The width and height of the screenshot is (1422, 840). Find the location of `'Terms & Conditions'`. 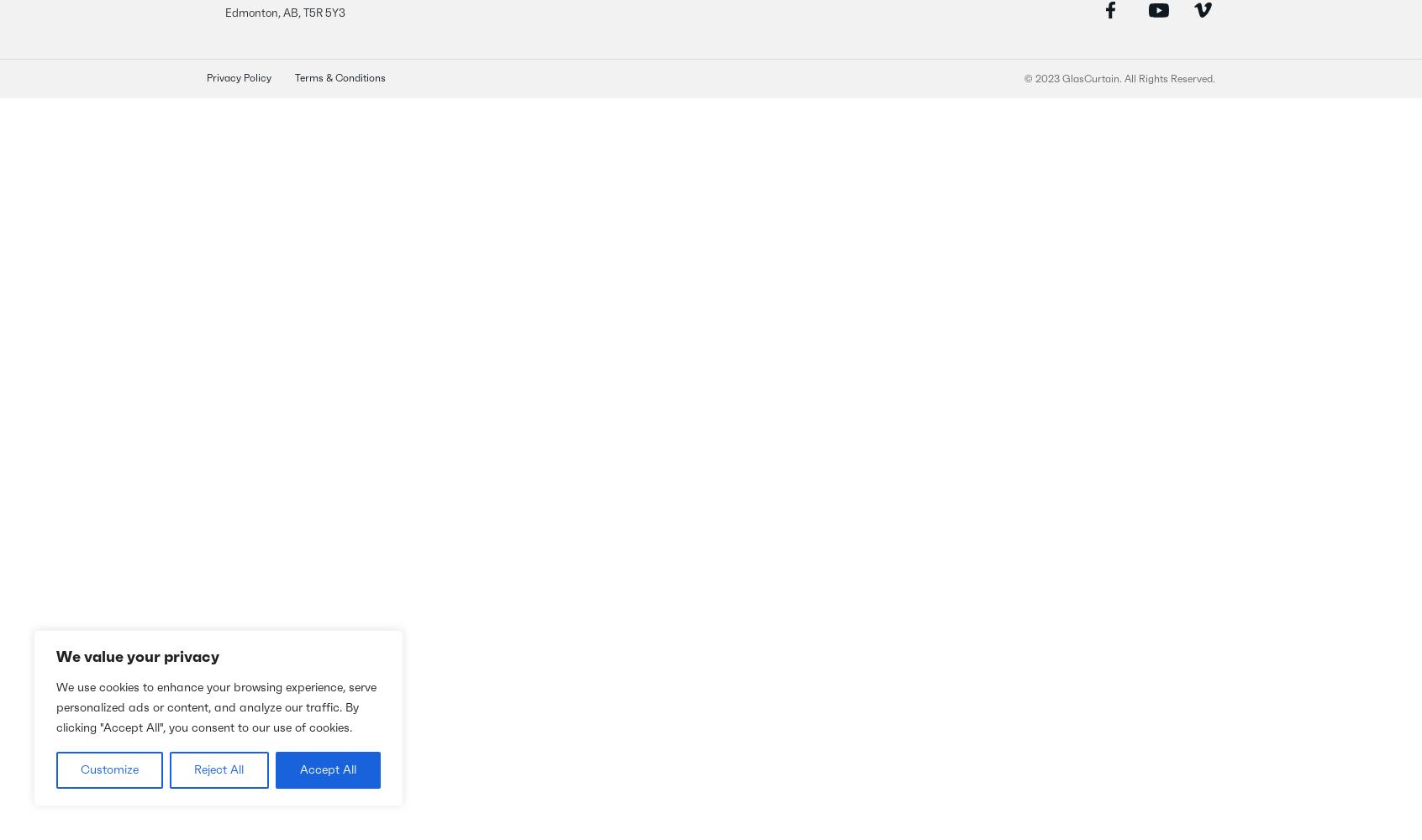

'Terms & Conditions' is located at coordinates (340, 77).